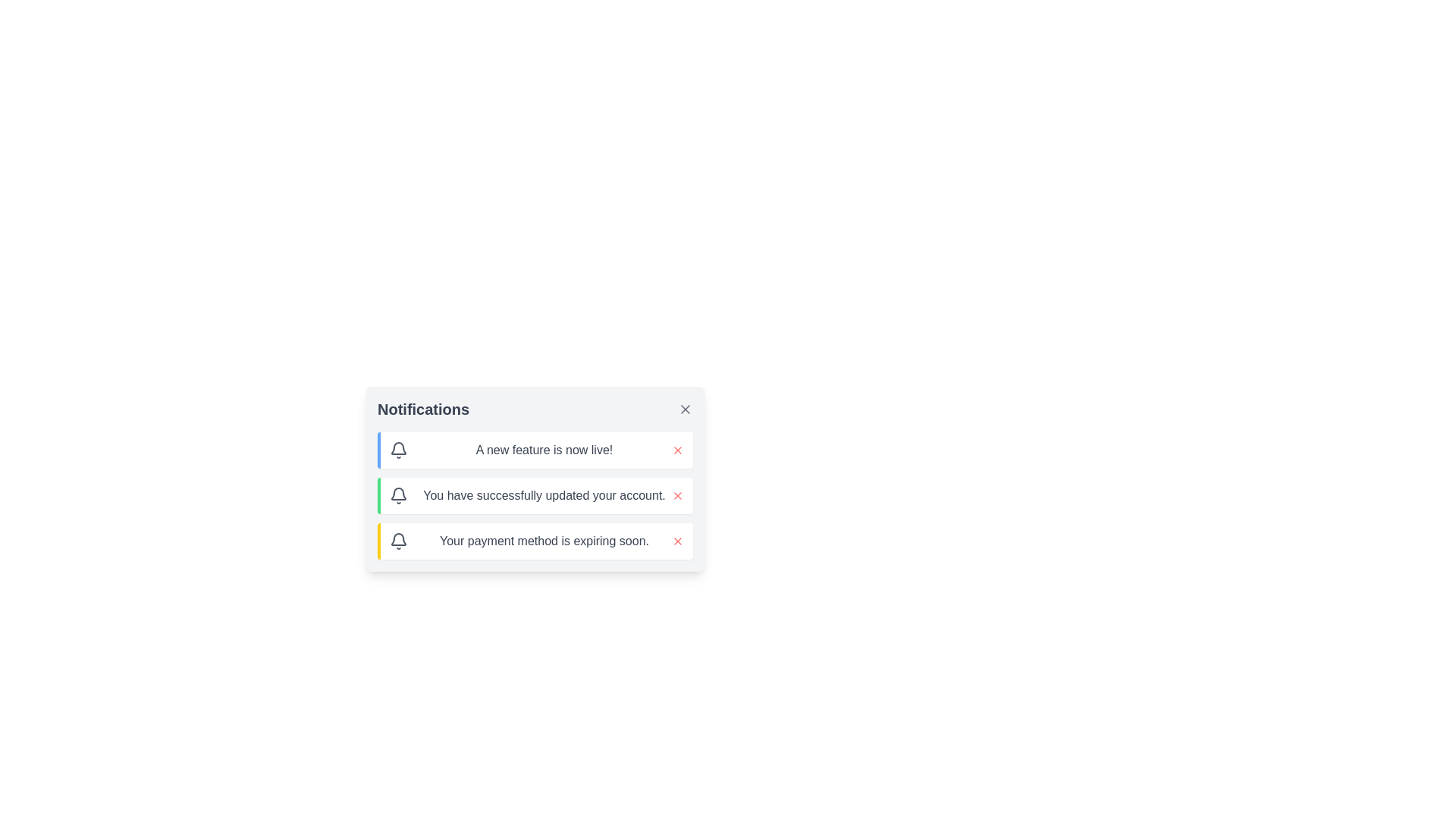 This screenshot has height=819, width=1456. I want to click on the notification displayed in the third notification card about an expiring payment method, so click(535, 540).